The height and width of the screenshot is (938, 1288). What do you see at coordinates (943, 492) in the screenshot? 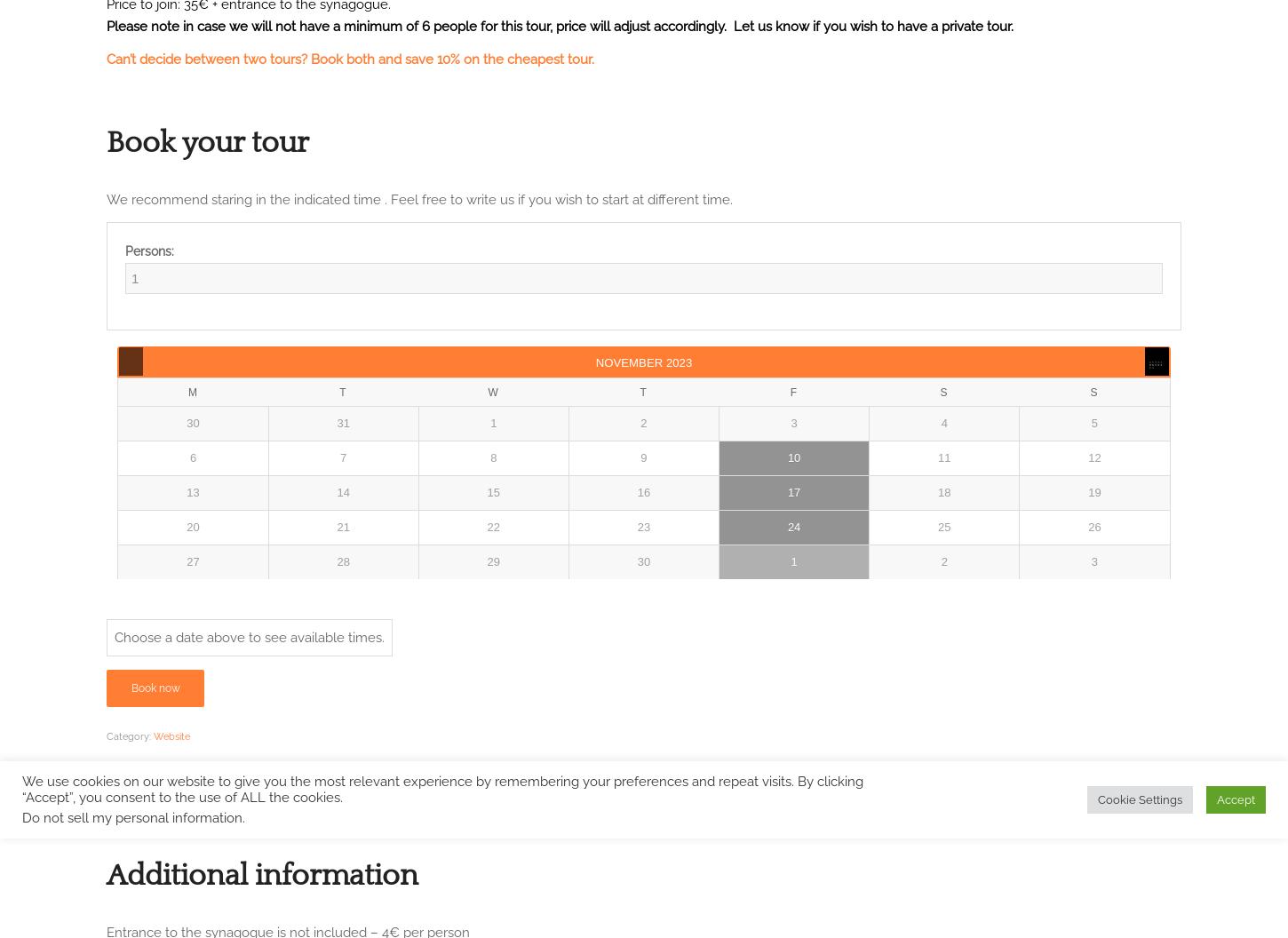
I see `'18'` at bounding box center [943, 492].